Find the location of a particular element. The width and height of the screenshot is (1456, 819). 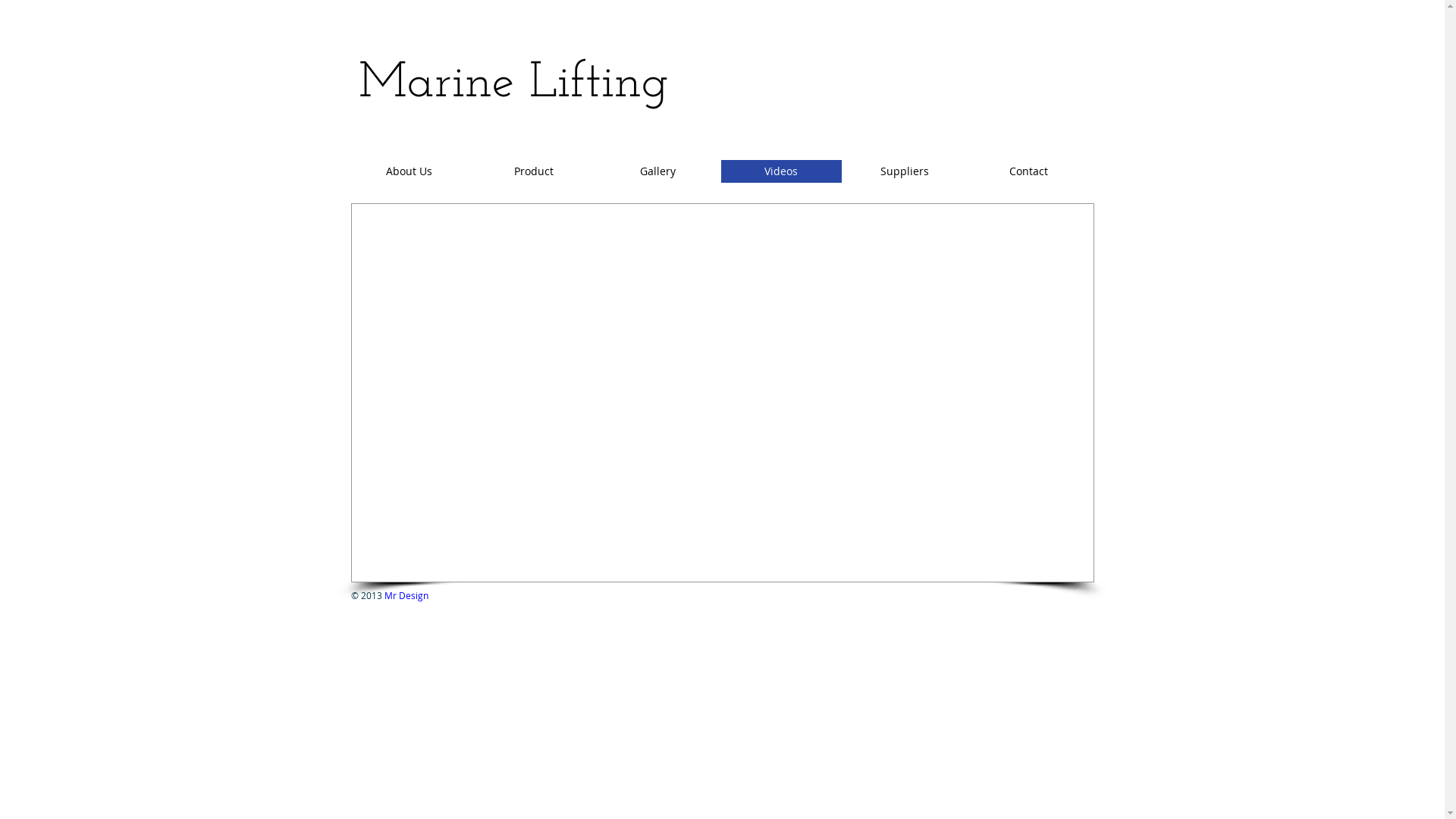

'Gallery' is located at coordinates (657, 171).